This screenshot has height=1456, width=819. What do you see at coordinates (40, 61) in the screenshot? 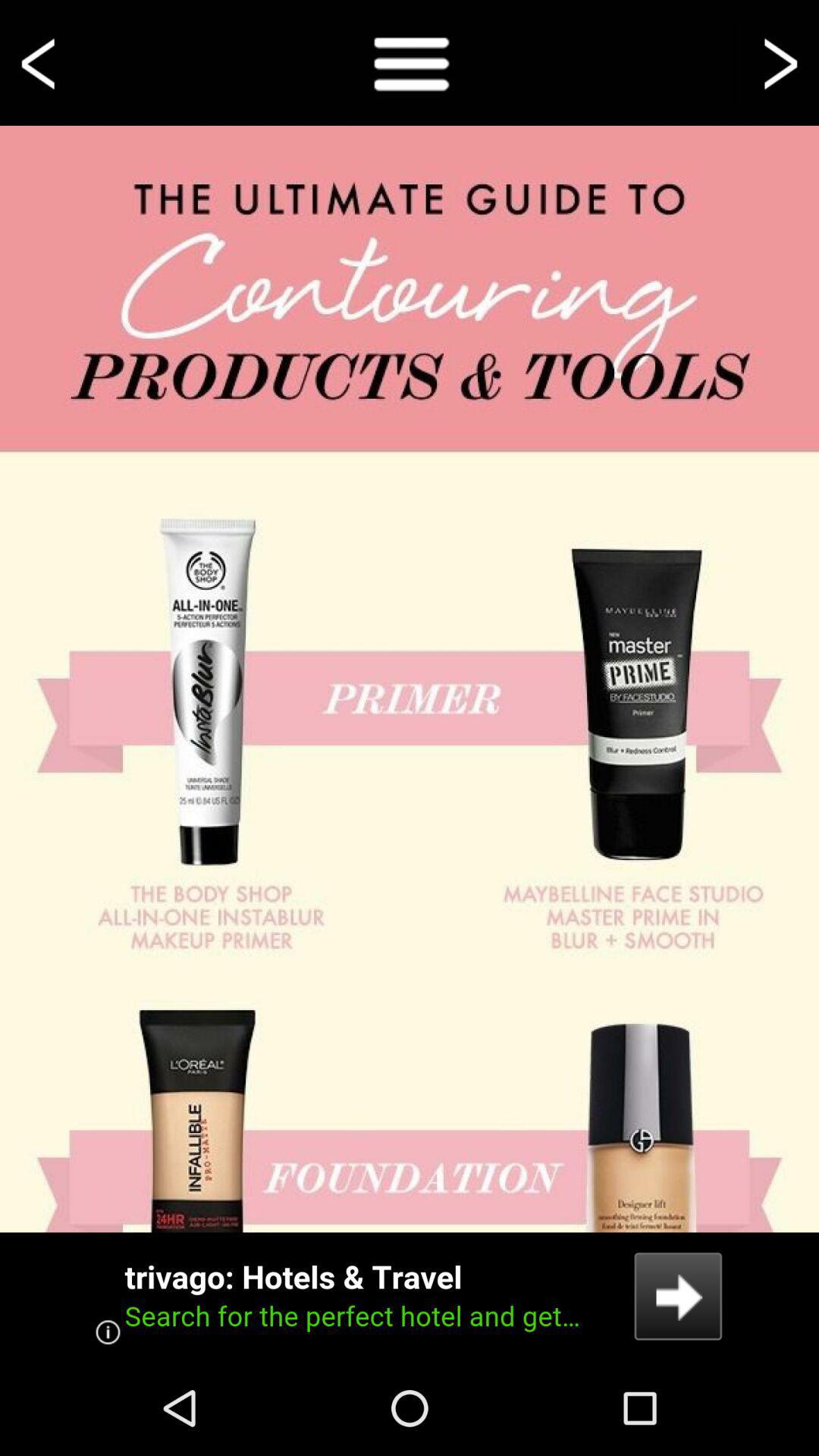
I see `previous page` at bounding box center [40, 61].